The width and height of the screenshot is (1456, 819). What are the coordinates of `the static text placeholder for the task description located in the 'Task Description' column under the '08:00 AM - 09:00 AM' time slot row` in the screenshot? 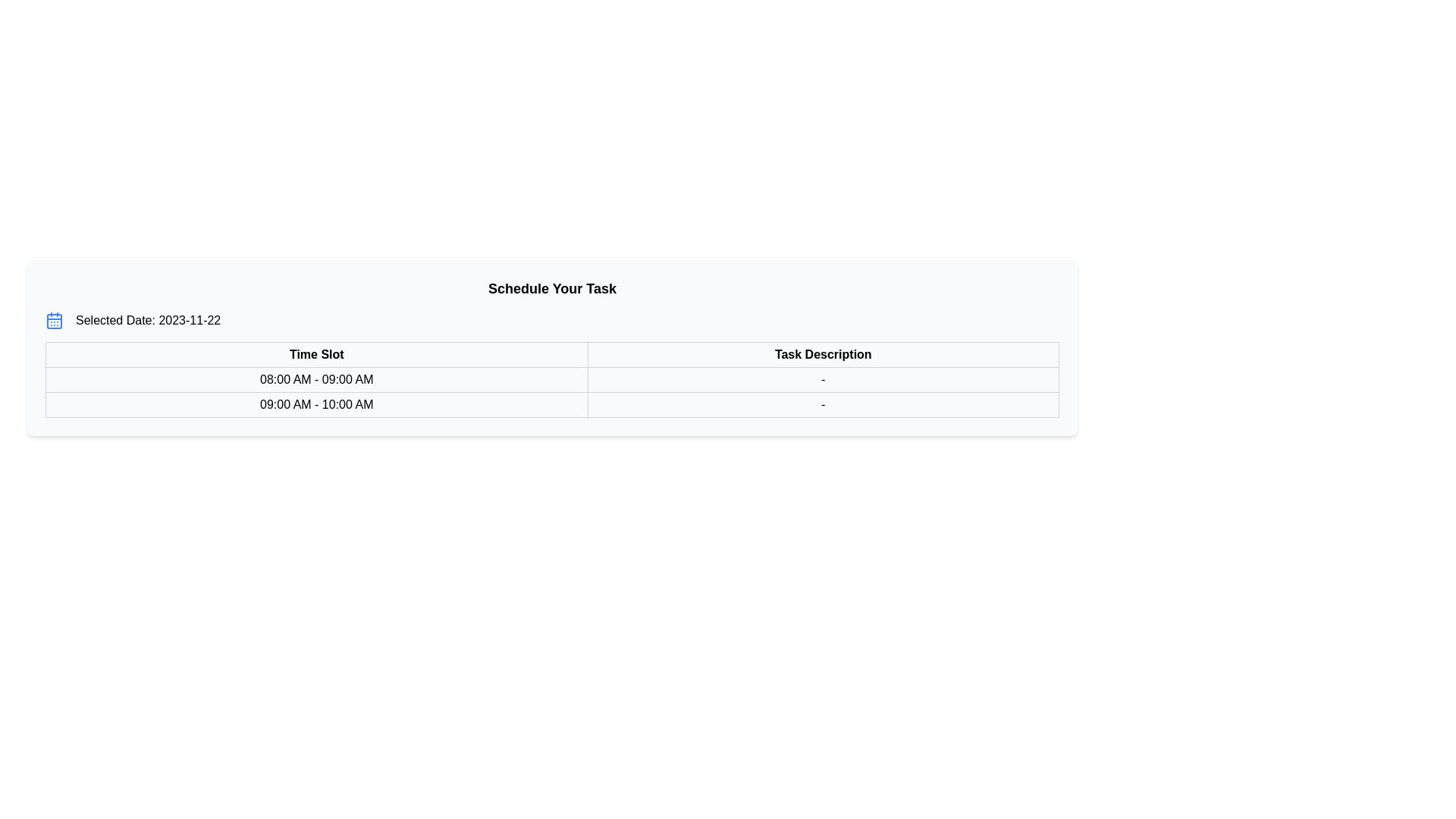 It's located at (822, 379).